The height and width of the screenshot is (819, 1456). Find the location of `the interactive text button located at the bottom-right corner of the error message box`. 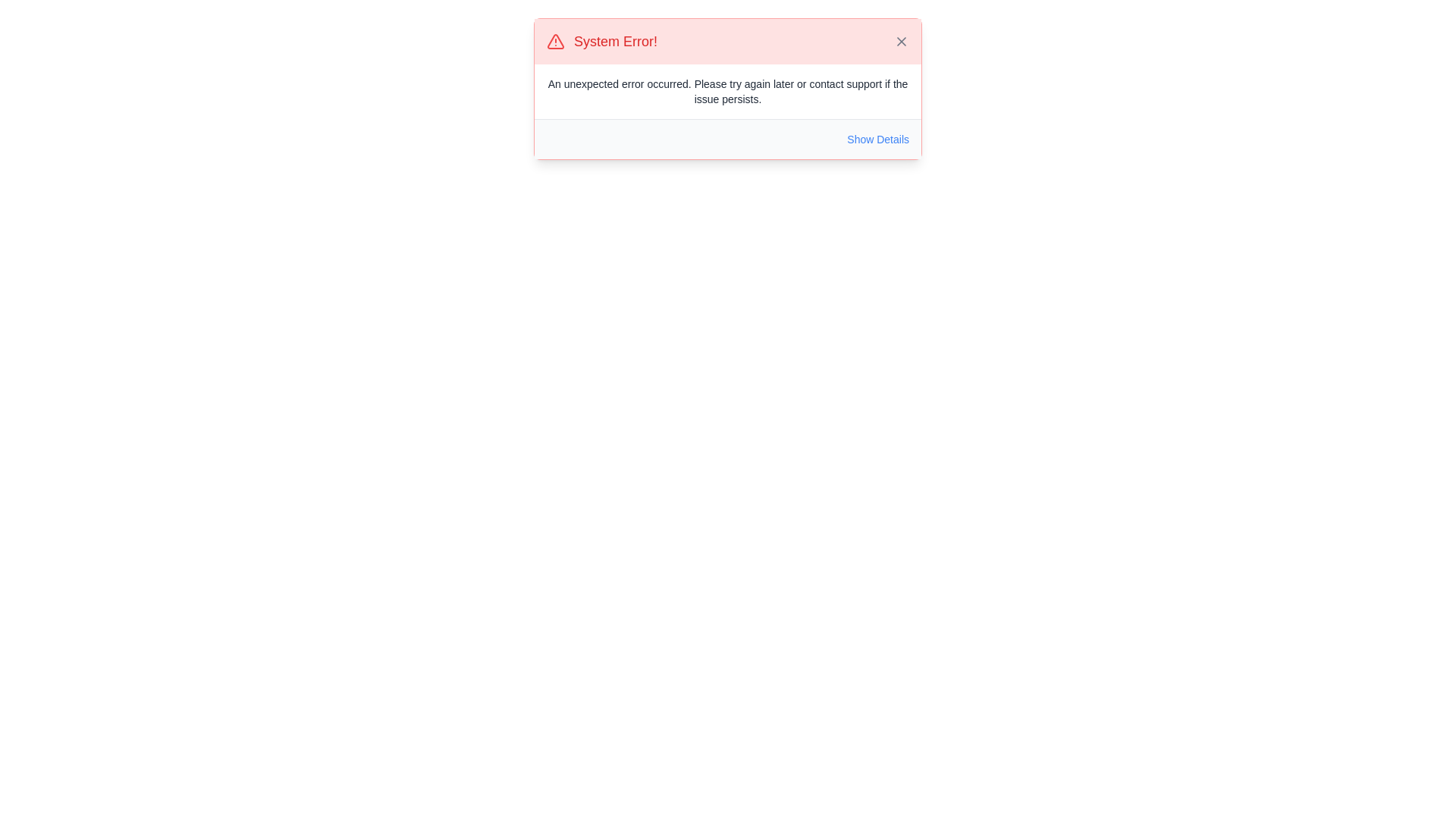

the interactive text button located at the bottom-right corner of the error message box is located at coordinates (878, 140).